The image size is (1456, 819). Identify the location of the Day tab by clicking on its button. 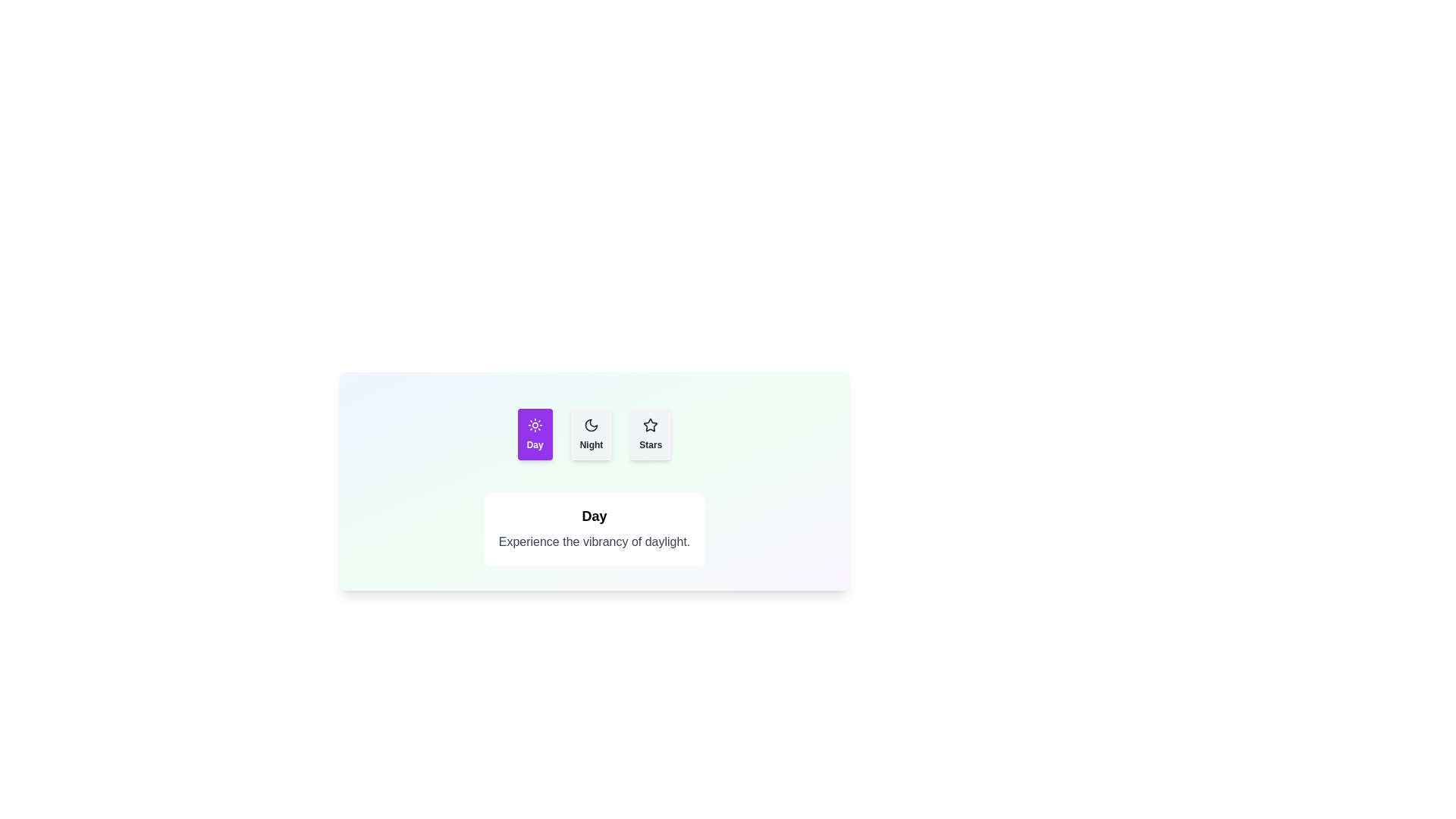
(535, 435).